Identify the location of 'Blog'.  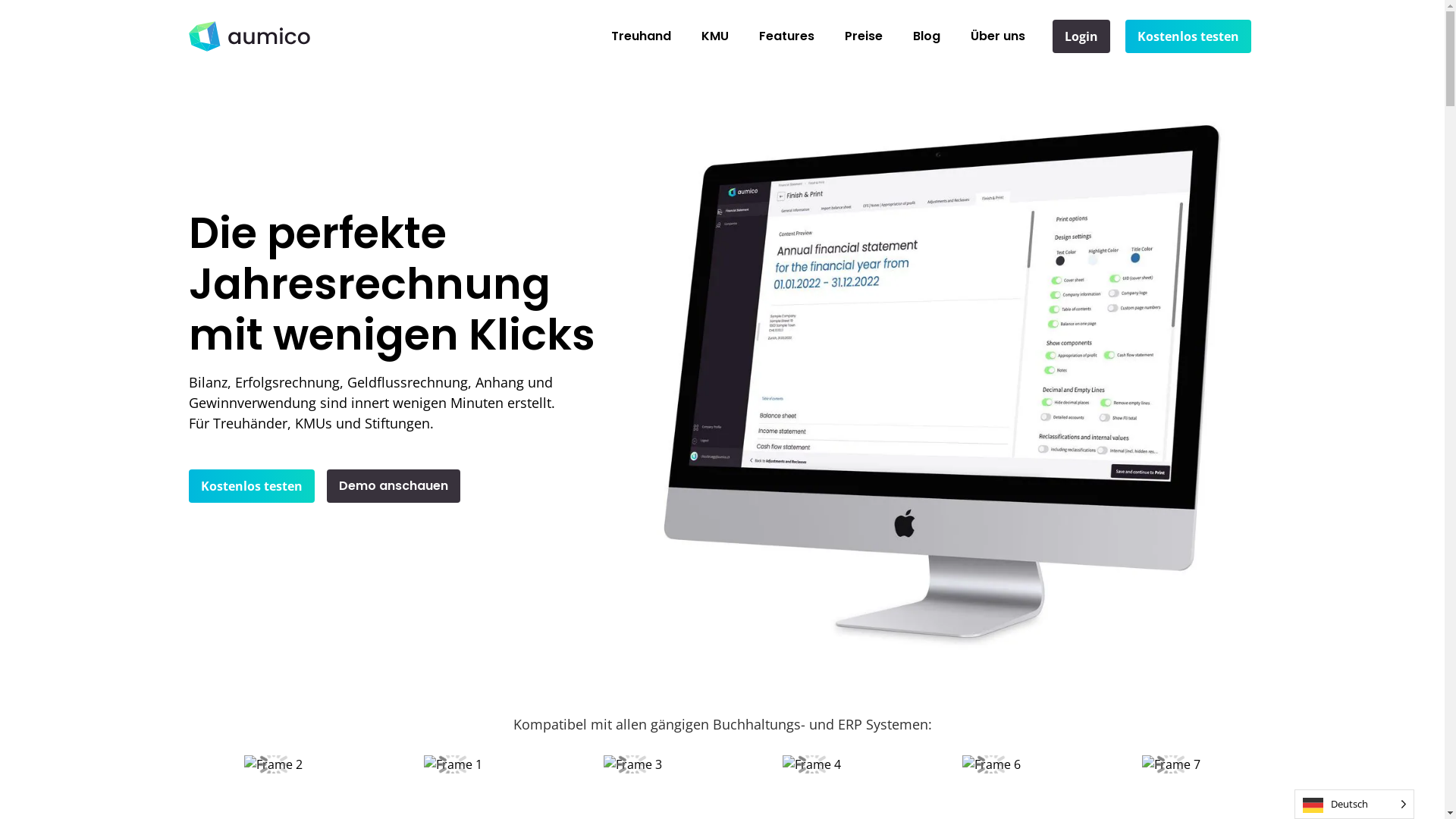
(926, 35).